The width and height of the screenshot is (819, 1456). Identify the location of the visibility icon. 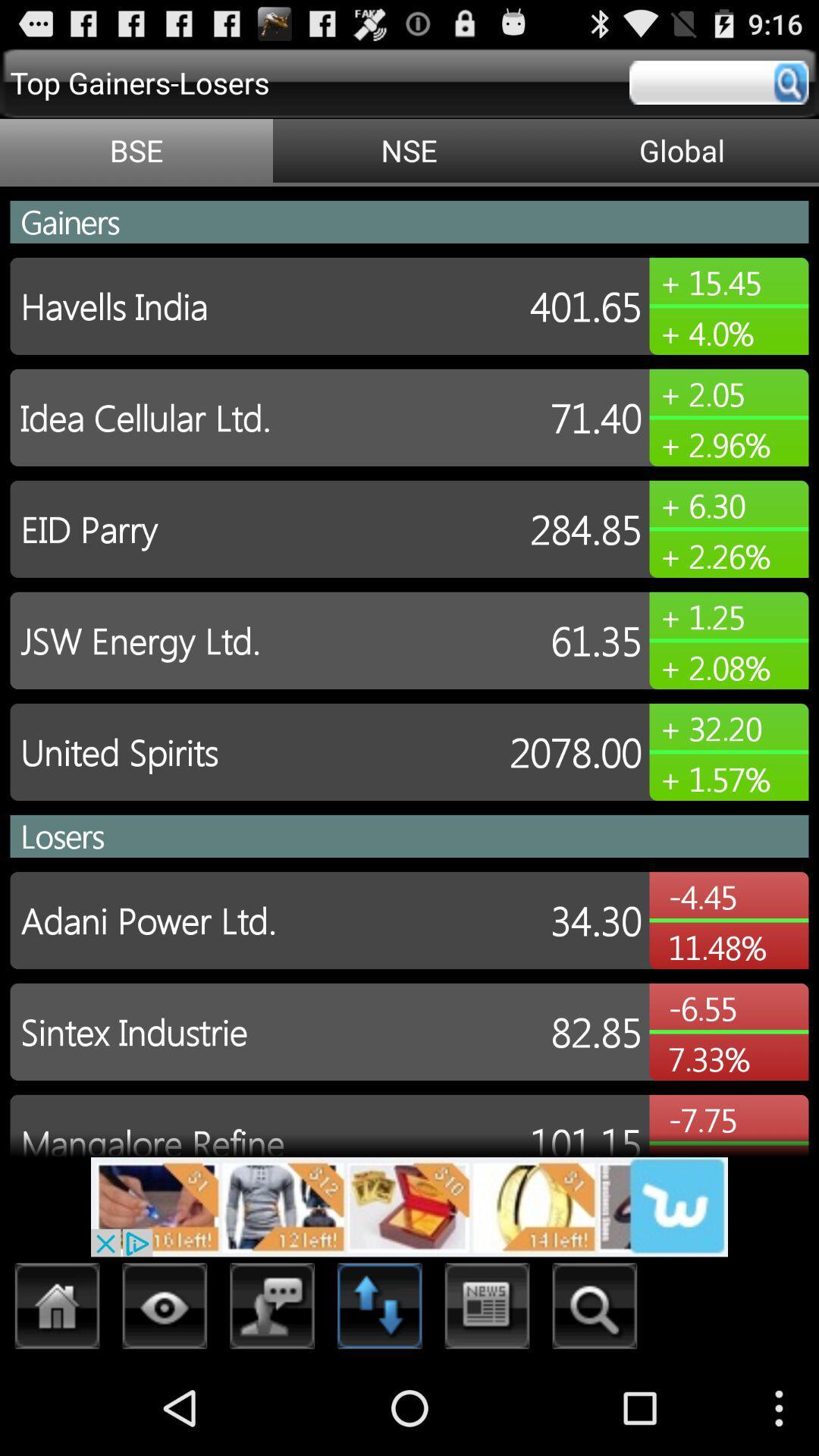
(165, 1401).